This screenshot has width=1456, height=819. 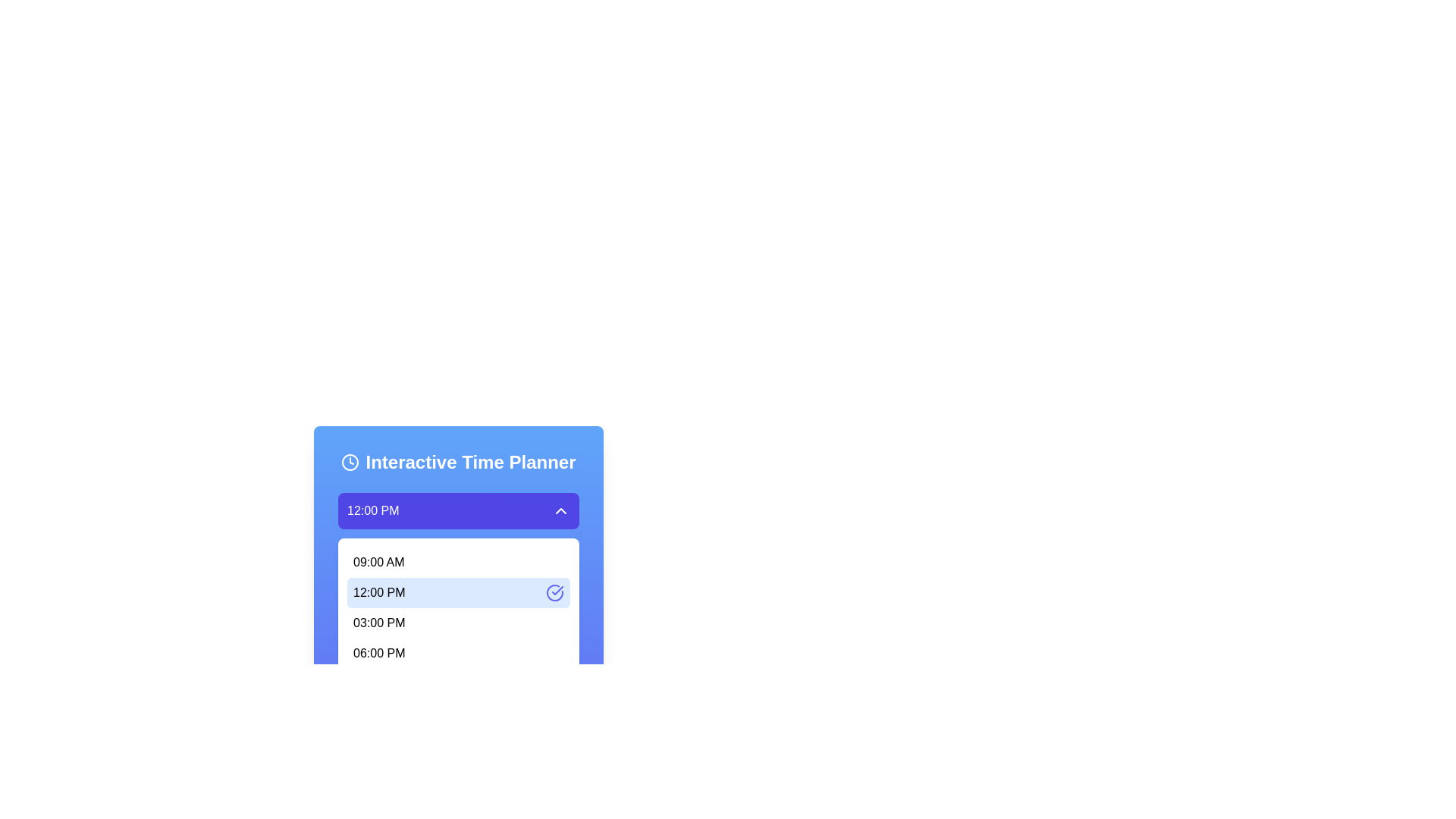 I want to click on the first list item displaying '09:00 AM', so click(x=457, y=562).